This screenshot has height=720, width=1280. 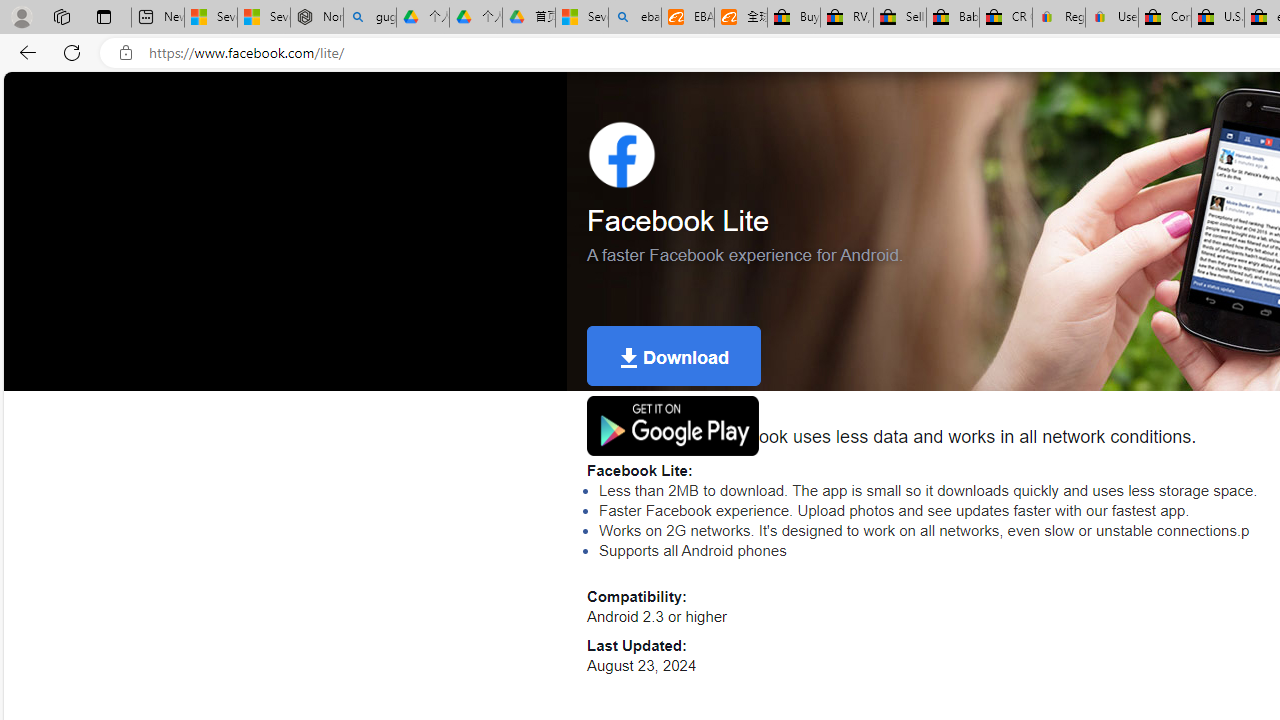 I want to click on 'RV, Trailer & Camper Steps & Ladders for sale | eBay', so click(x=846, y=17).